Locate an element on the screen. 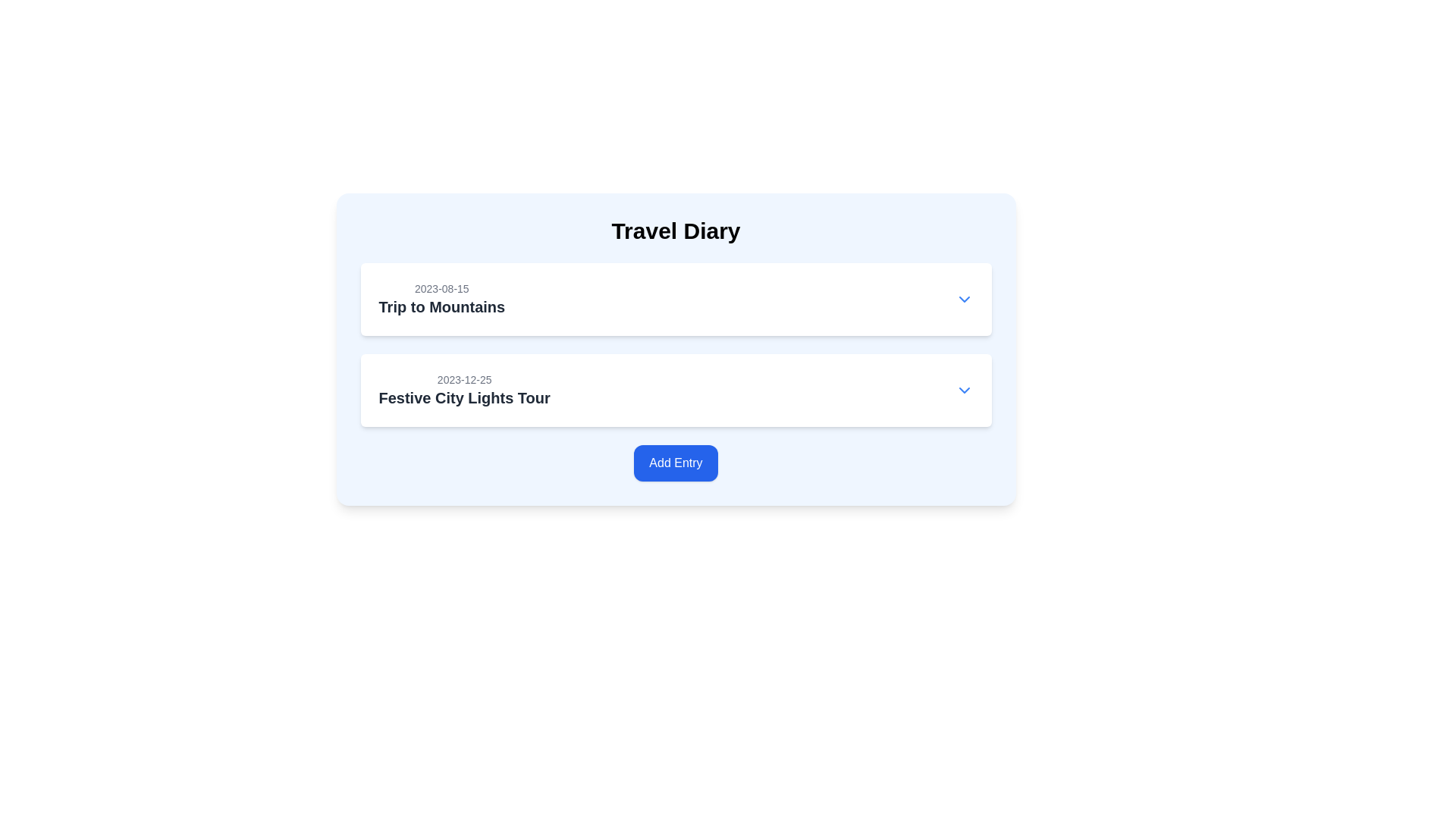 Image resolution: width=1456 pixels, height=819 pixels. the text label displaying the title of the second entry in the travel diary, located below the date '2023-12-25' is located at coordinates (463, 397).